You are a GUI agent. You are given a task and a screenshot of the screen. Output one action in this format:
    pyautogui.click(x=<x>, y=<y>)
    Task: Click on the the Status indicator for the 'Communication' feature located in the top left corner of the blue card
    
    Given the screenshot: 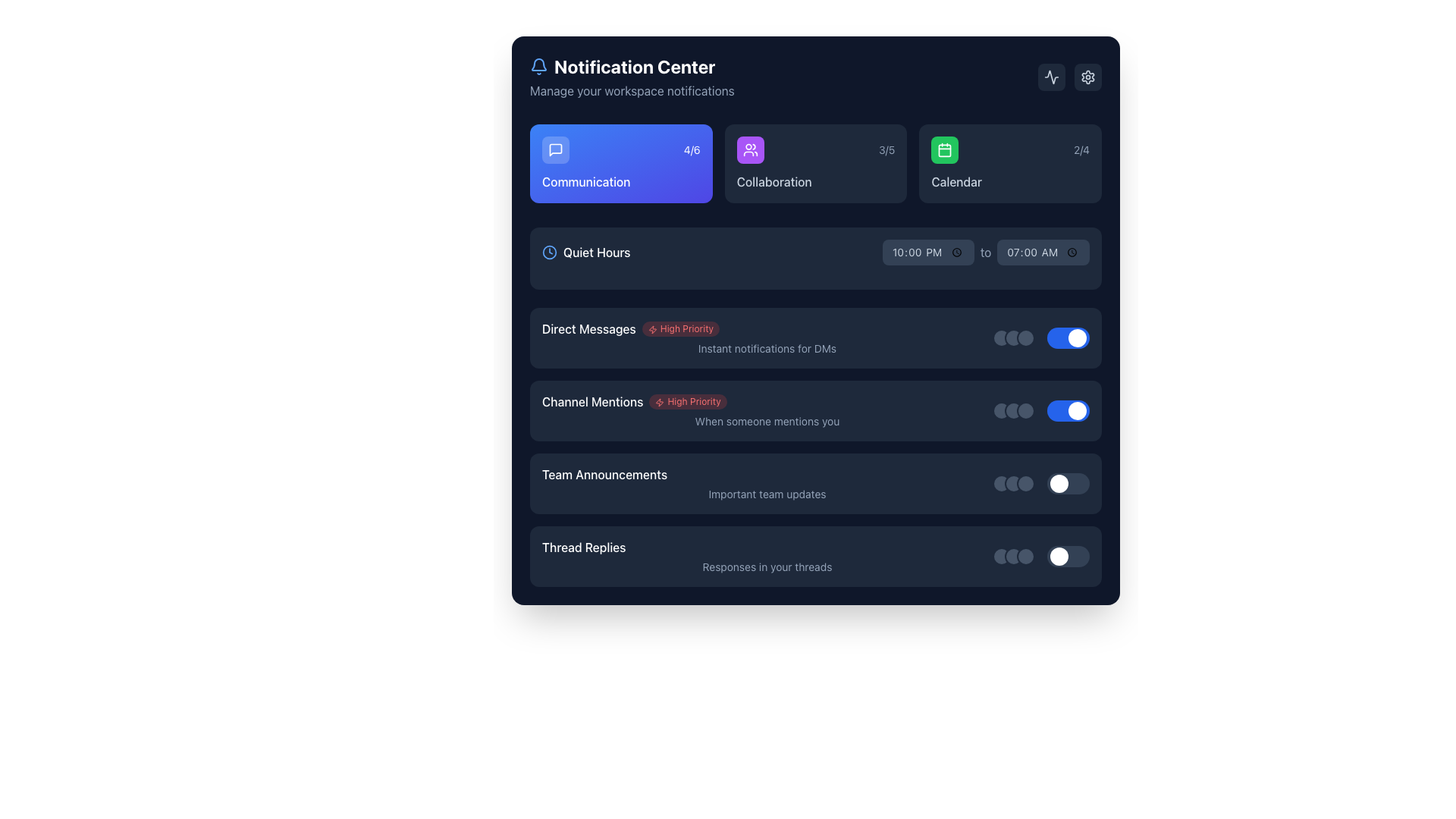 What is the action you would take?
    pyautogui.click(x=621, y=149)
    